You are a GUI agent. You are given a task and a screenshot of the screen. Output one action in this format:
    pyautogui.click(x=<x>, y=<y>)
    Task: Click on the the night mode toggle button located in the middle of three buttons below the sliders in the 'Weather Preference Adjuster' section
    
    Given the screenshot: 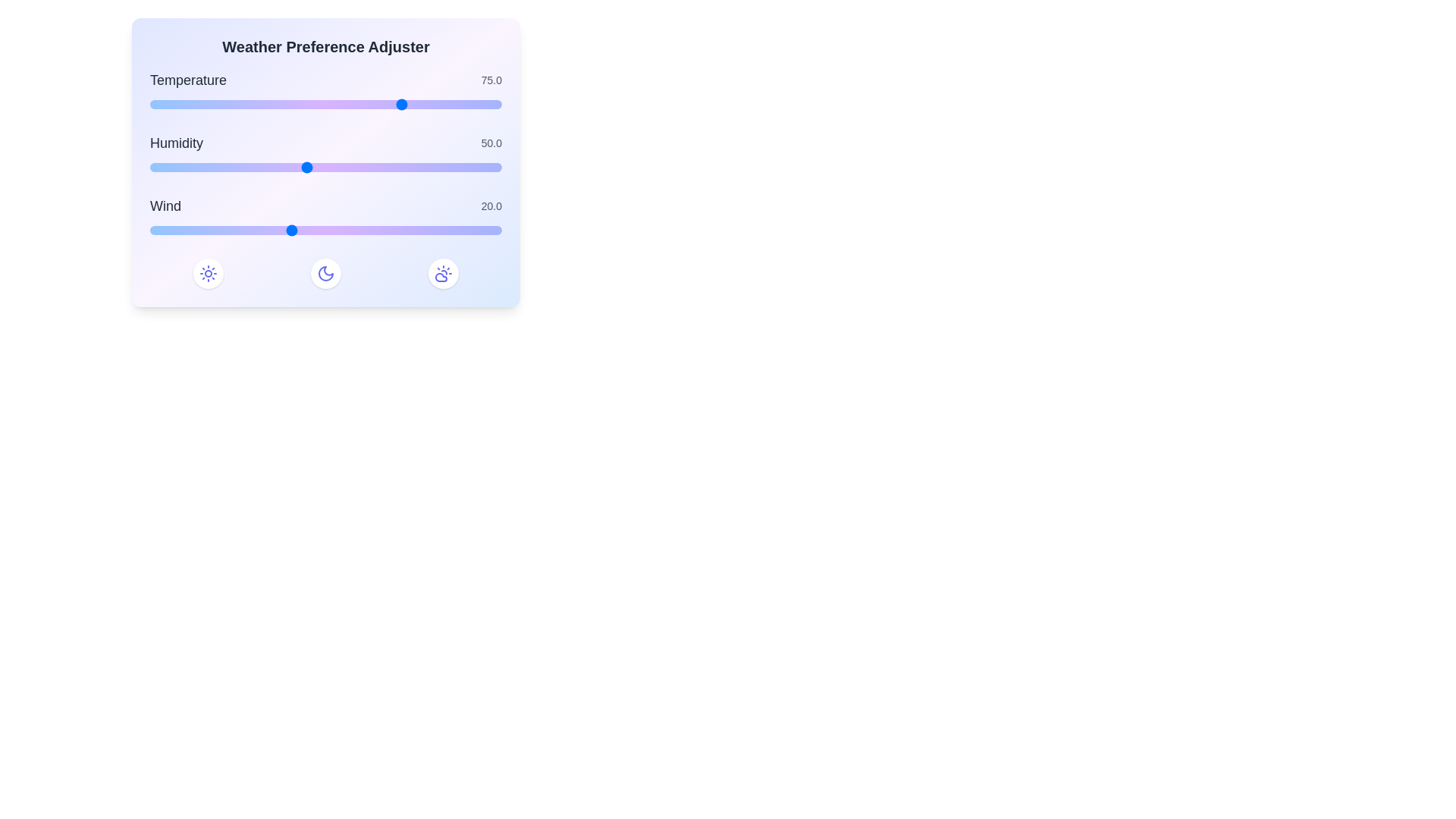 What is the action you would take?
    pyautogui.click(x=325, y=274)
    